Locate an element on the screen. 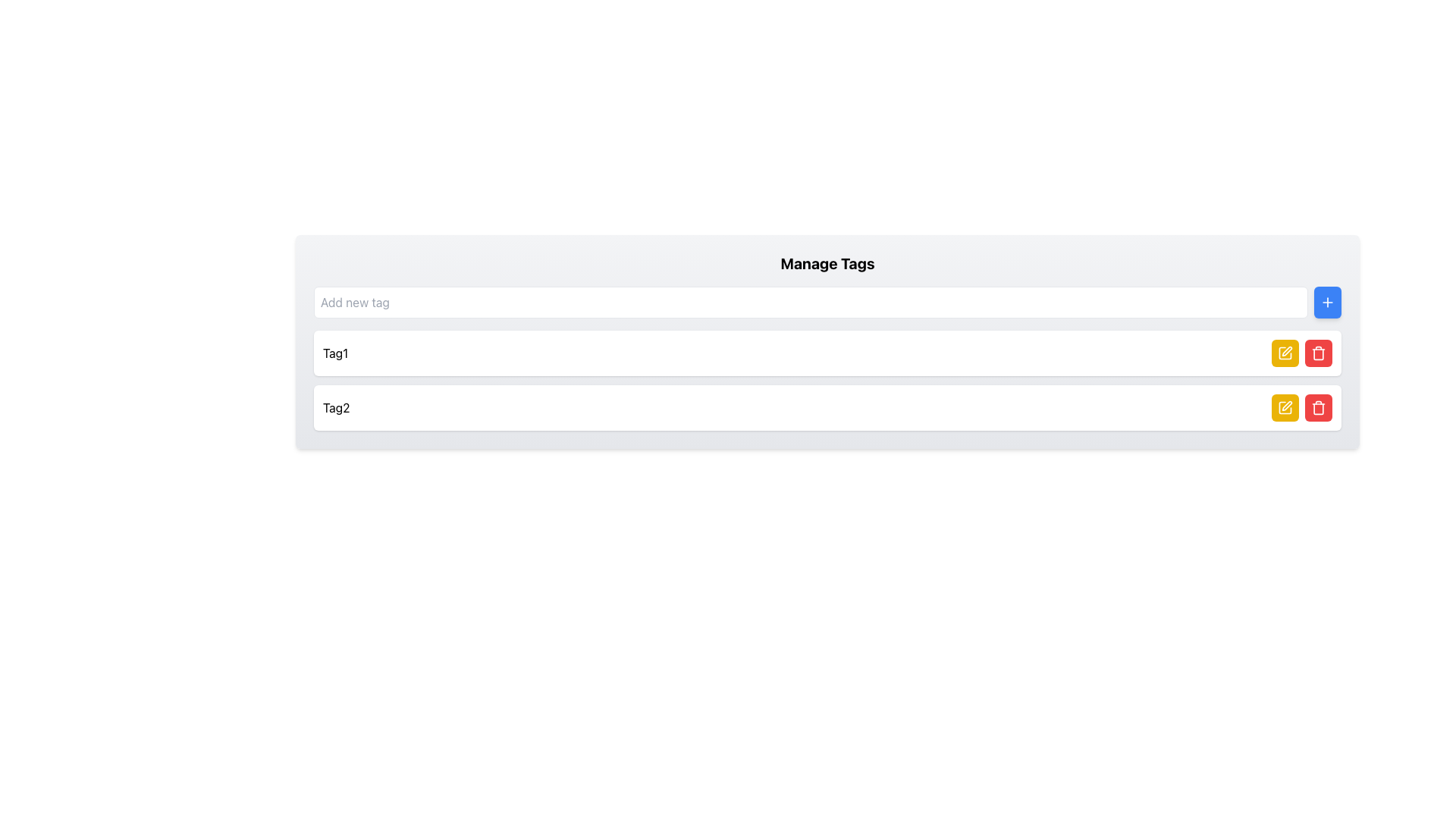 The height and width of the screenshot is (819, 1456). the circular icon button located to the right of the 'Add new tag' text input field to initiate the addition of a new tag is located at coordinates (1327, 302).